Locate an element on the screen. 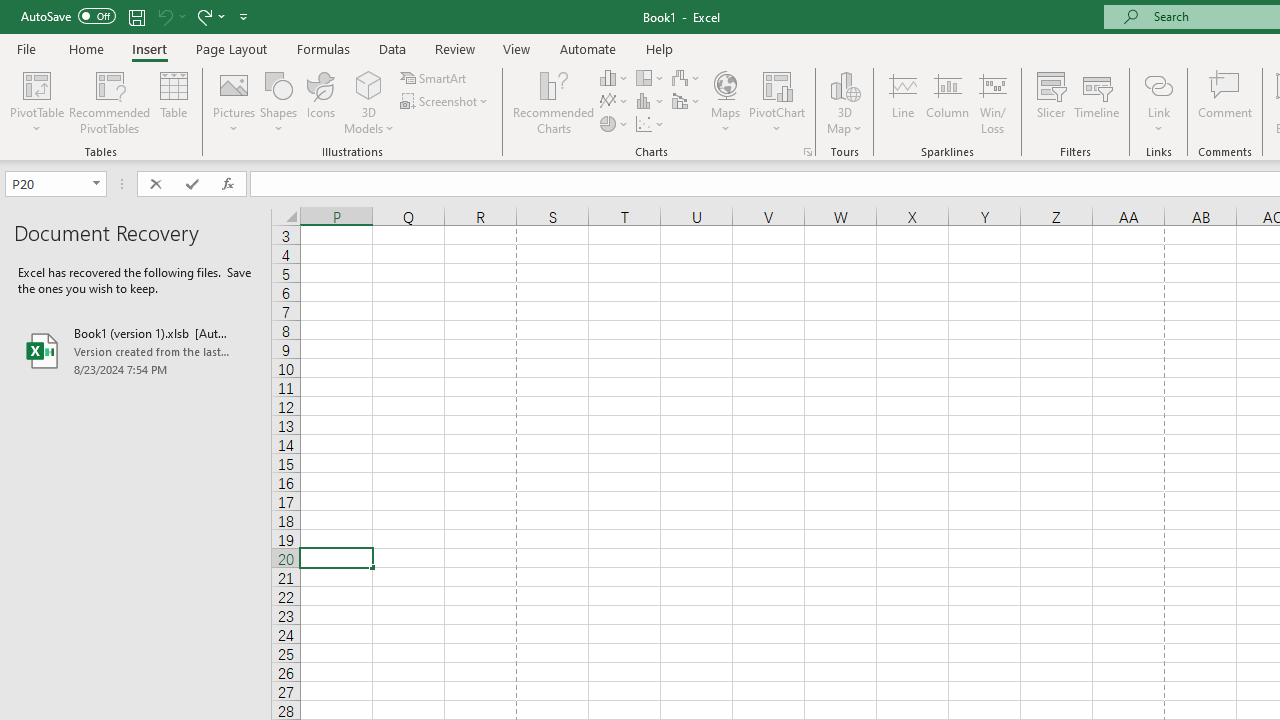 The image size is (1280, 720). 'Insert Waterfall, Funnel, Stock, Surface, or Radar Chart' is located at coordinates (687, 77).